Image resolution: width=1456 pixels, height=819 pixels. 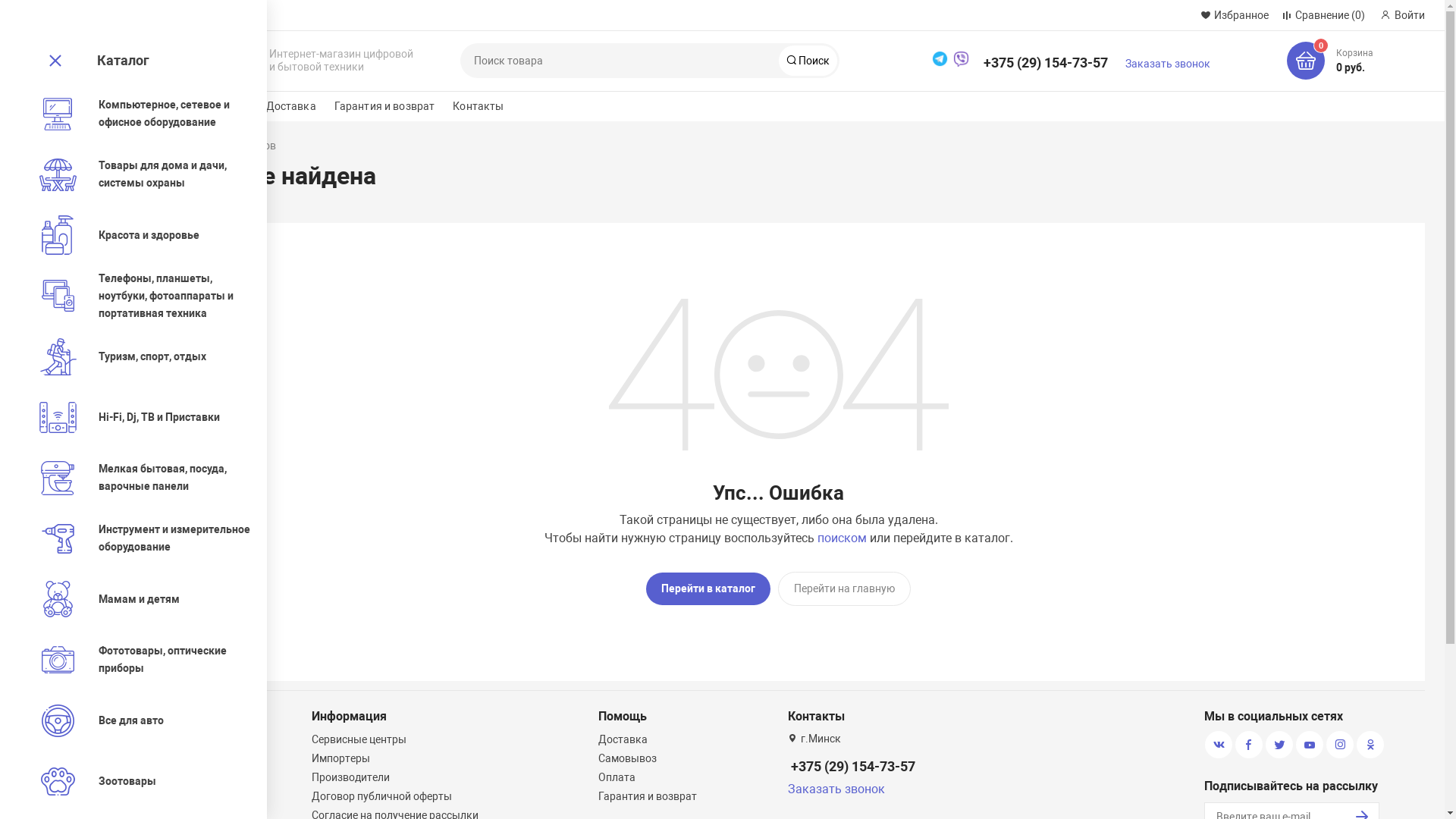 What do you see at coordinates (1044, 55) in the screenshot?
I see `'+375 (29) 154-73-57'` at bounding box center [1044, 55].